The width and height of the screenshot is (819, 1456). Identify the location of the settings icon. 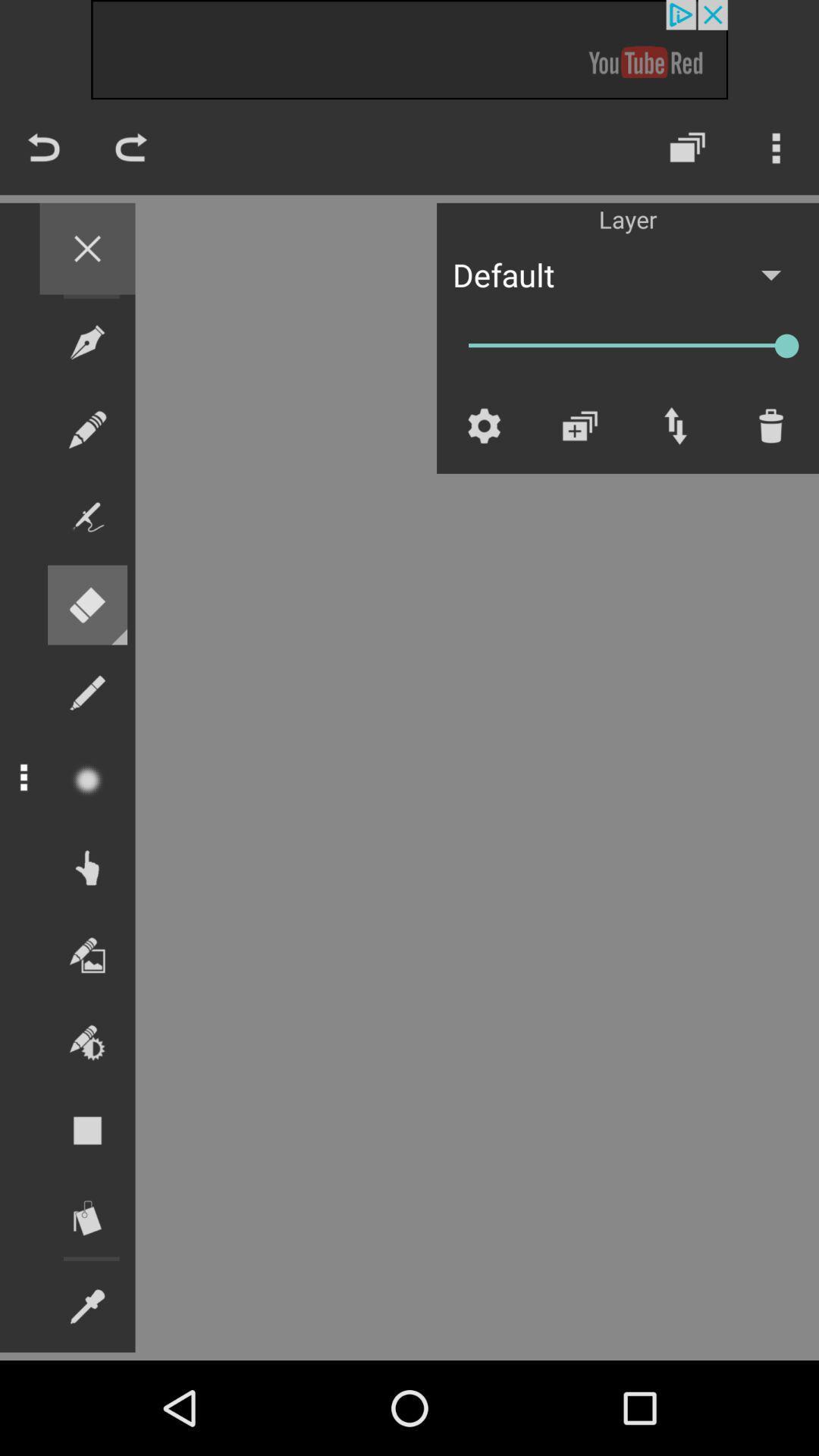
(485, 425).